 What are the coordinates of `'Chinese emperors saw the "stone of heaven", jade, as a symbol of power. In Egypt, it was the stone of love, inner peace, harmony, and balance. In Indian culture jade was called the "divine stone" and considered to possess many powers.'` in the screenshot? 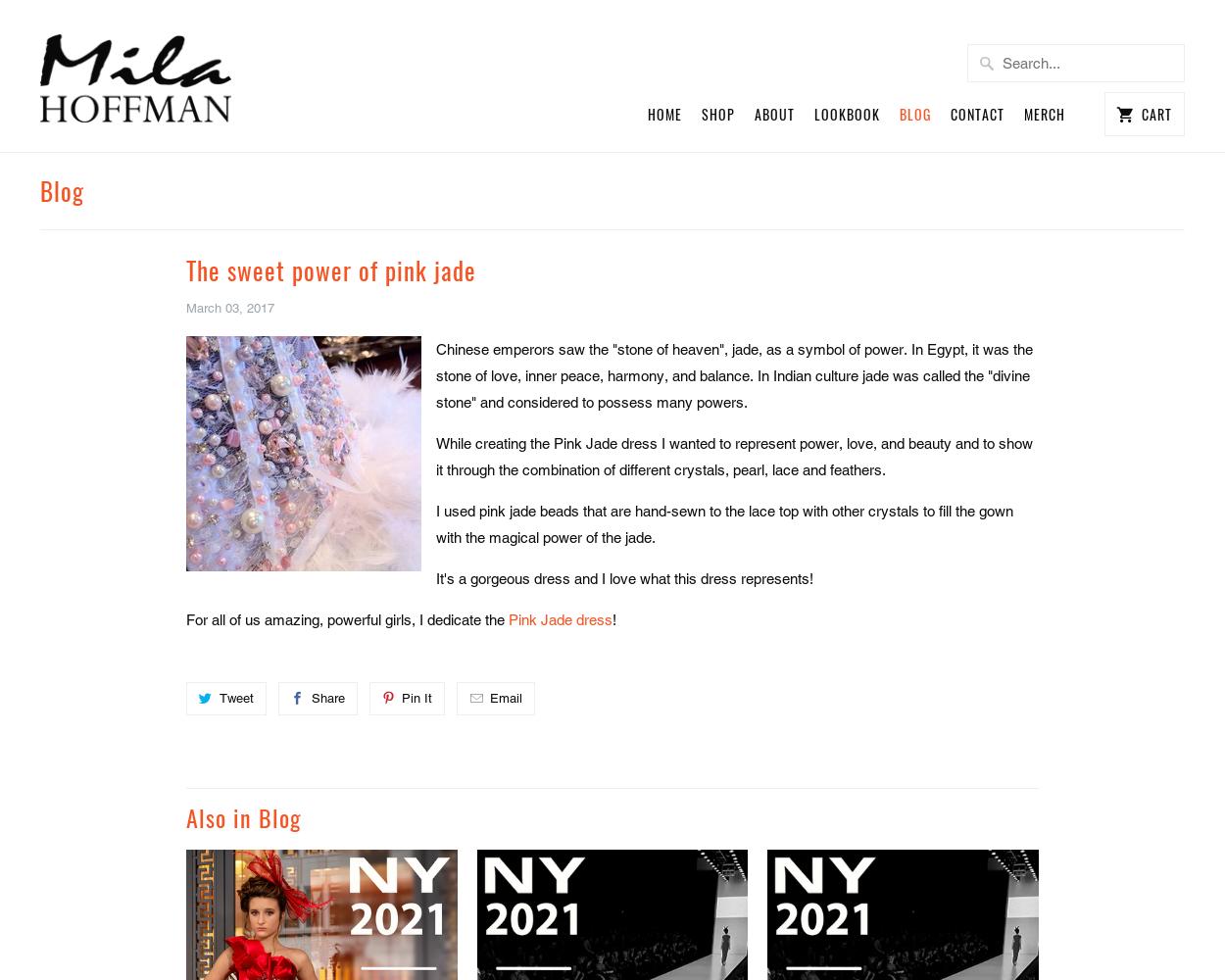 It's located at (732, 374).